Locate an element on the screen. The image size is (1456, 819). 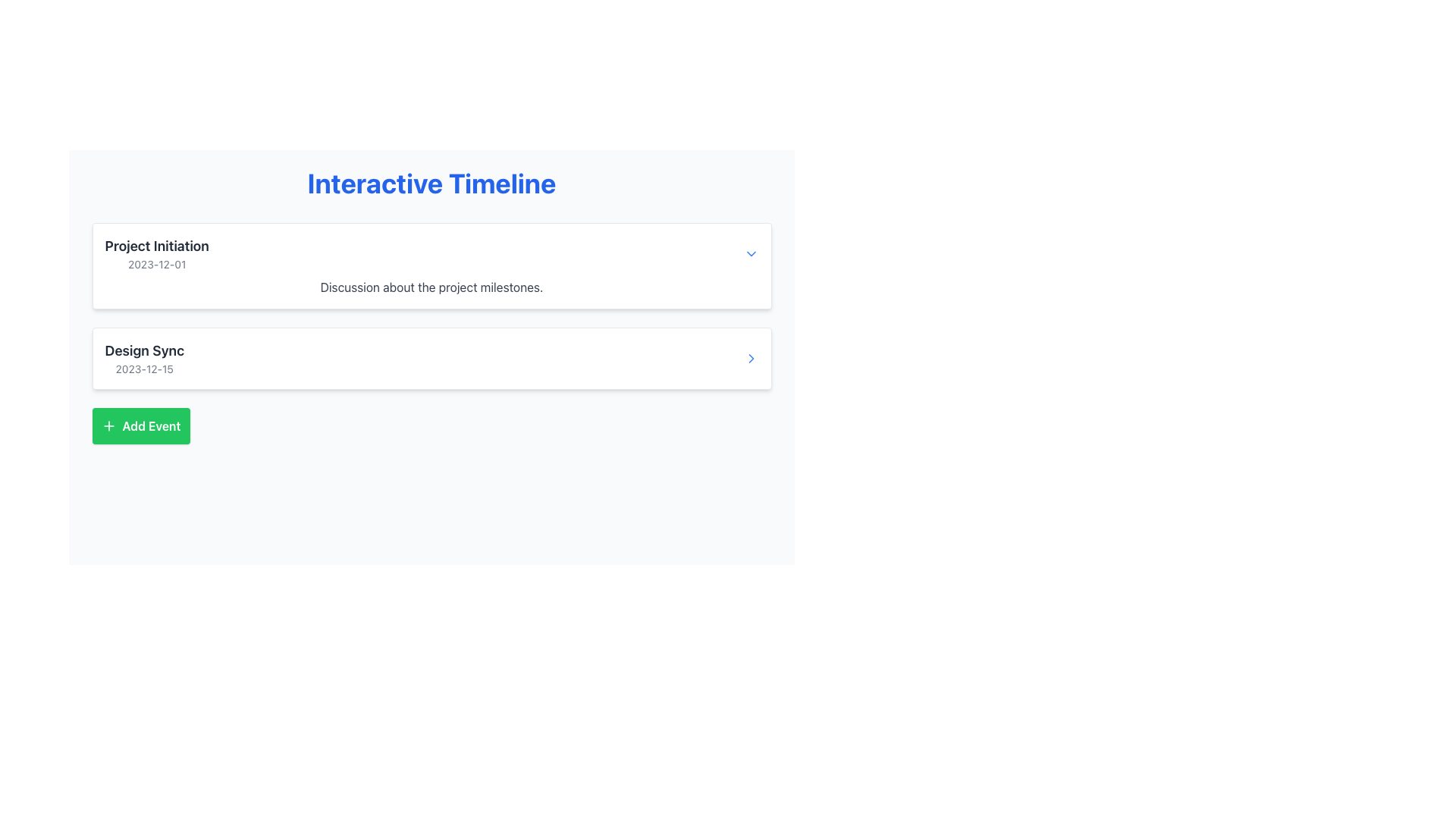
the button located at the bottom-left of the events section is located at coordinates (141, 426).